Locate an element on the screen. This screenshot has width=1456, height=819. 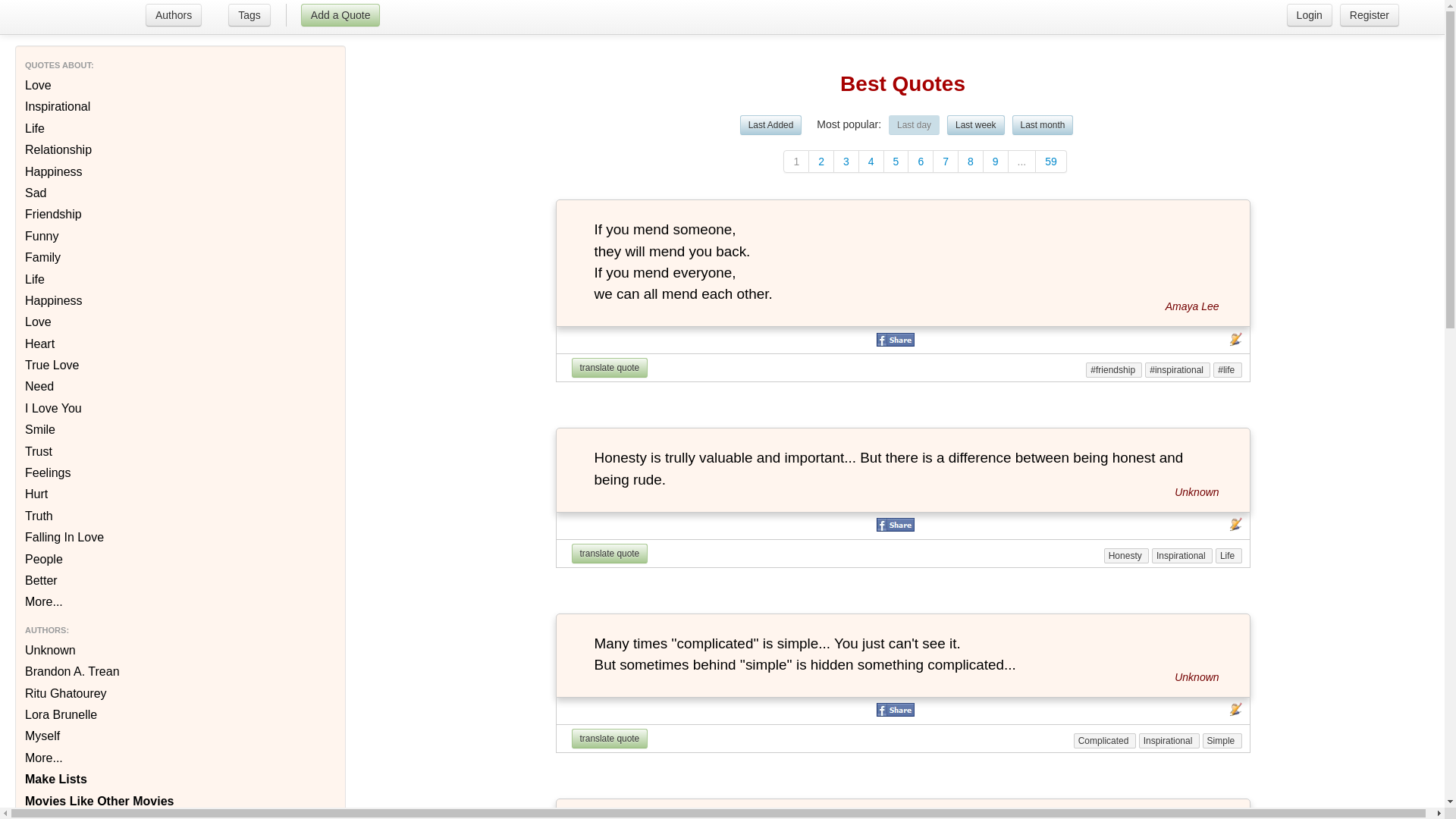
'Login' is located at coordinates (1309, 14).